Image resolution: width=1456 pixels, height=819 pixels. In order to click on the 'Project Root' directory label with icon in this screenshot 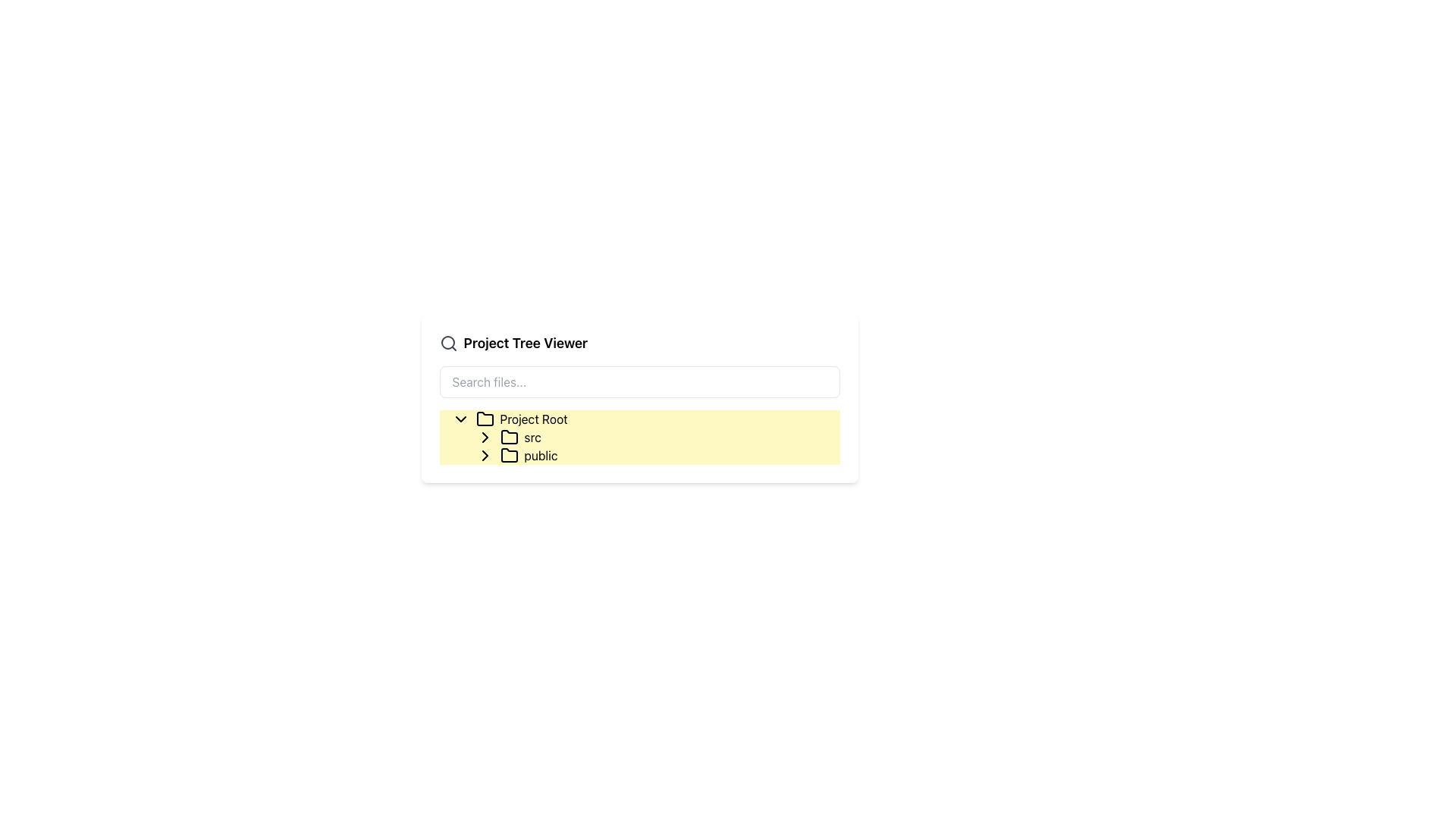, I will do `click(522, 419)`.